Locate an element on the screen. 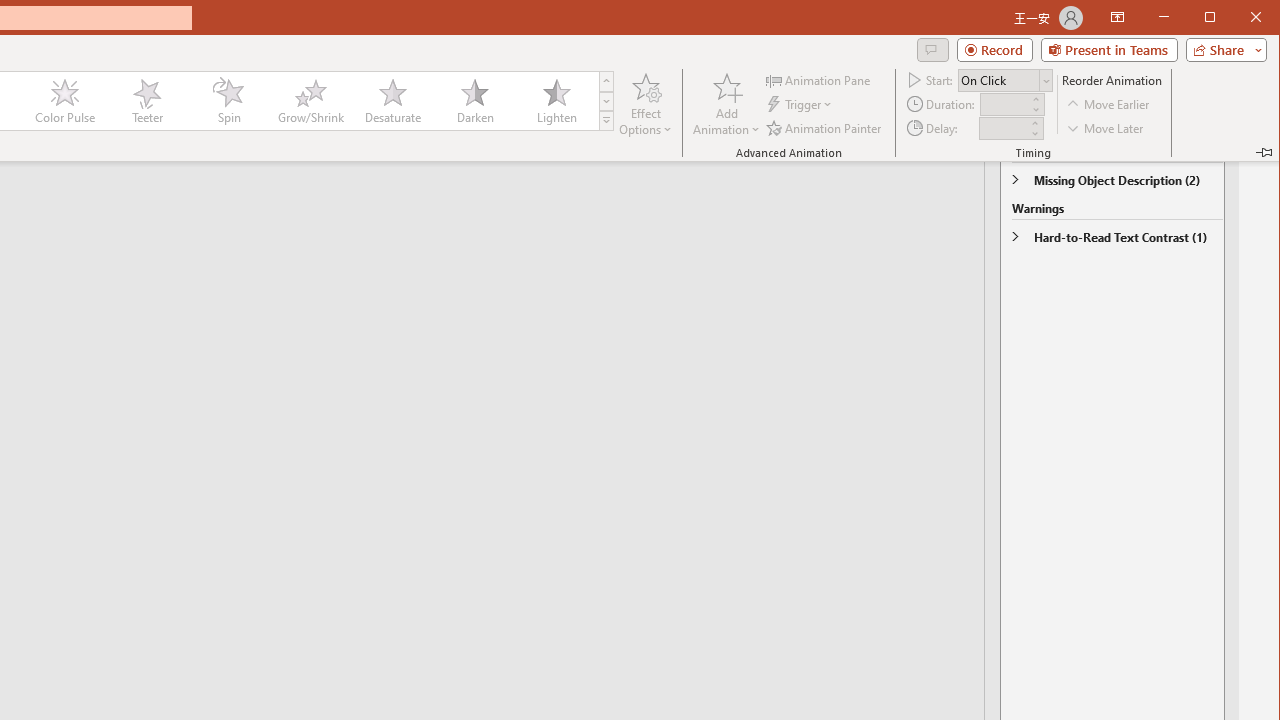  'Present in Teams' is located at coordinates (1108, 49).